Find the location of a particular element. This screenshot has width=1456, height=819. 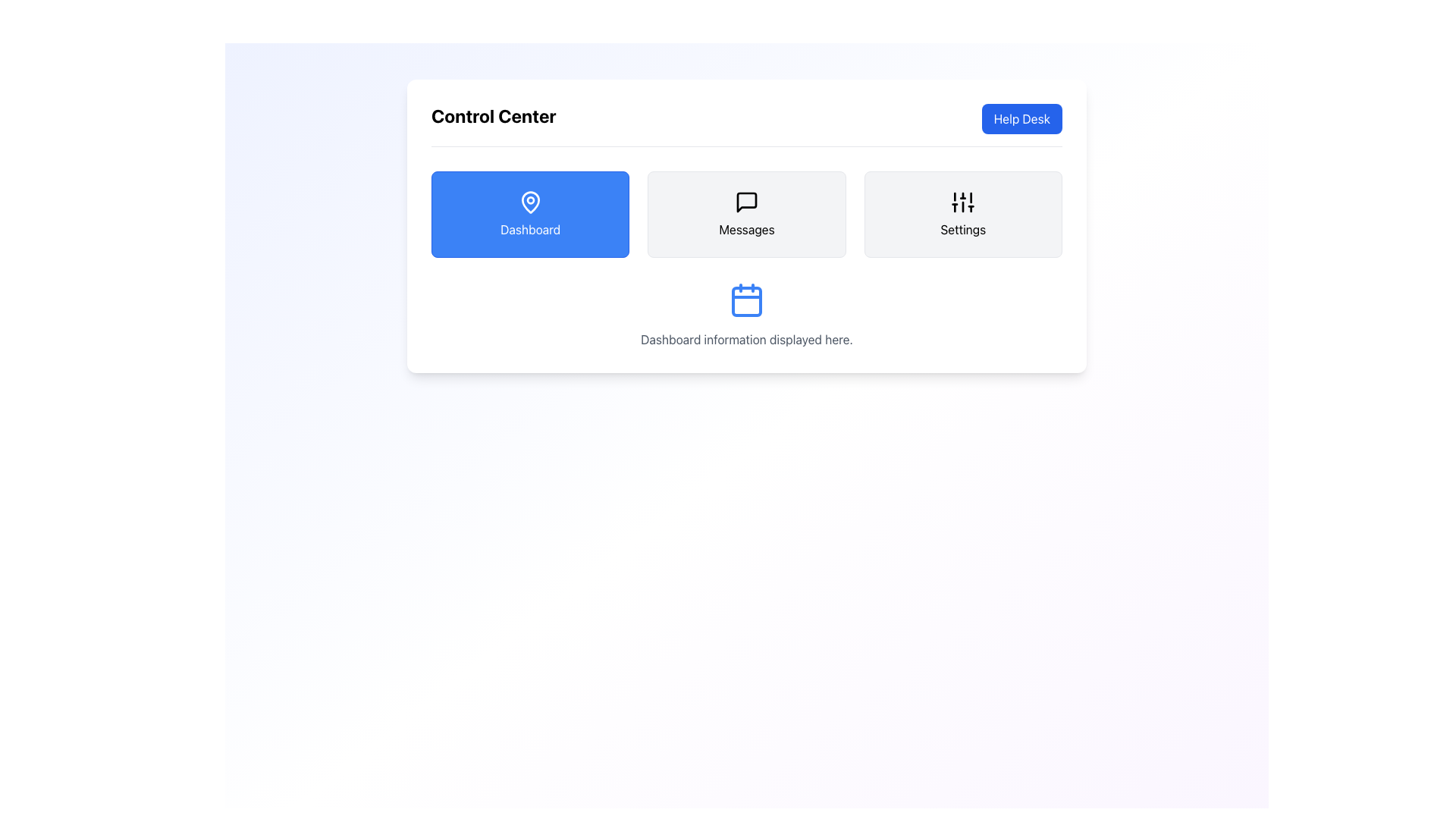

the 'Settings' button, which is a rectangular button with rounded corners, light gray background, and a text label reading 'Settings' below an icon of vertical sliders, located on the right side of the interface under the 'Control Center' header is located at coordinates (962, 214).